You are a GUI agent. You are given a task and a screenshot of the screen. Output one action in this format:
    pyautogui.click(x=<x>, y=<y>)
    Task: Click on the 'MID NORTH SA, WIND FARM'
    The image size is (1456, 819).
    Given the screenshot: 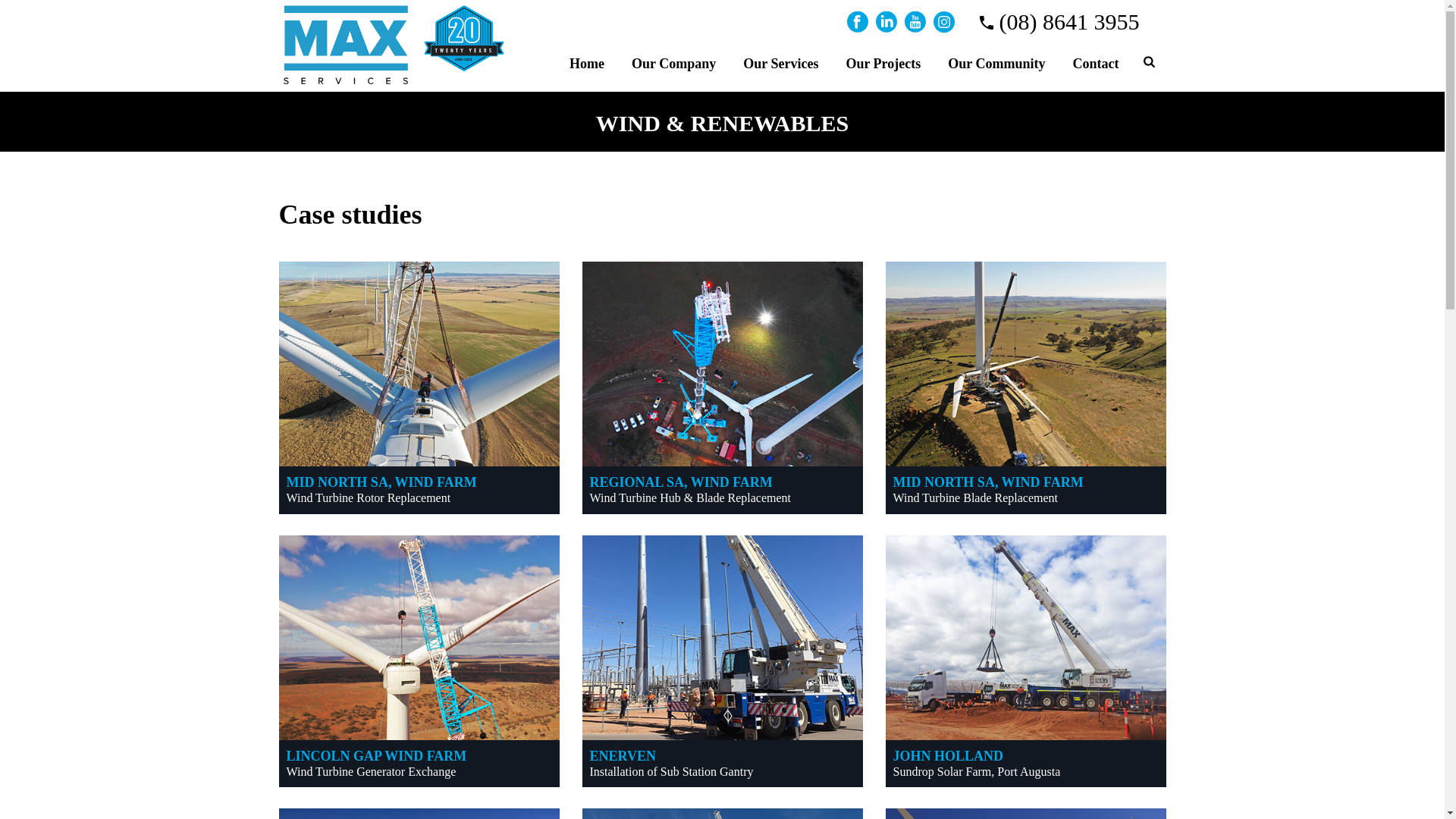 What is the action you would take?
    pyautogui.click(x=988, y=482)
    